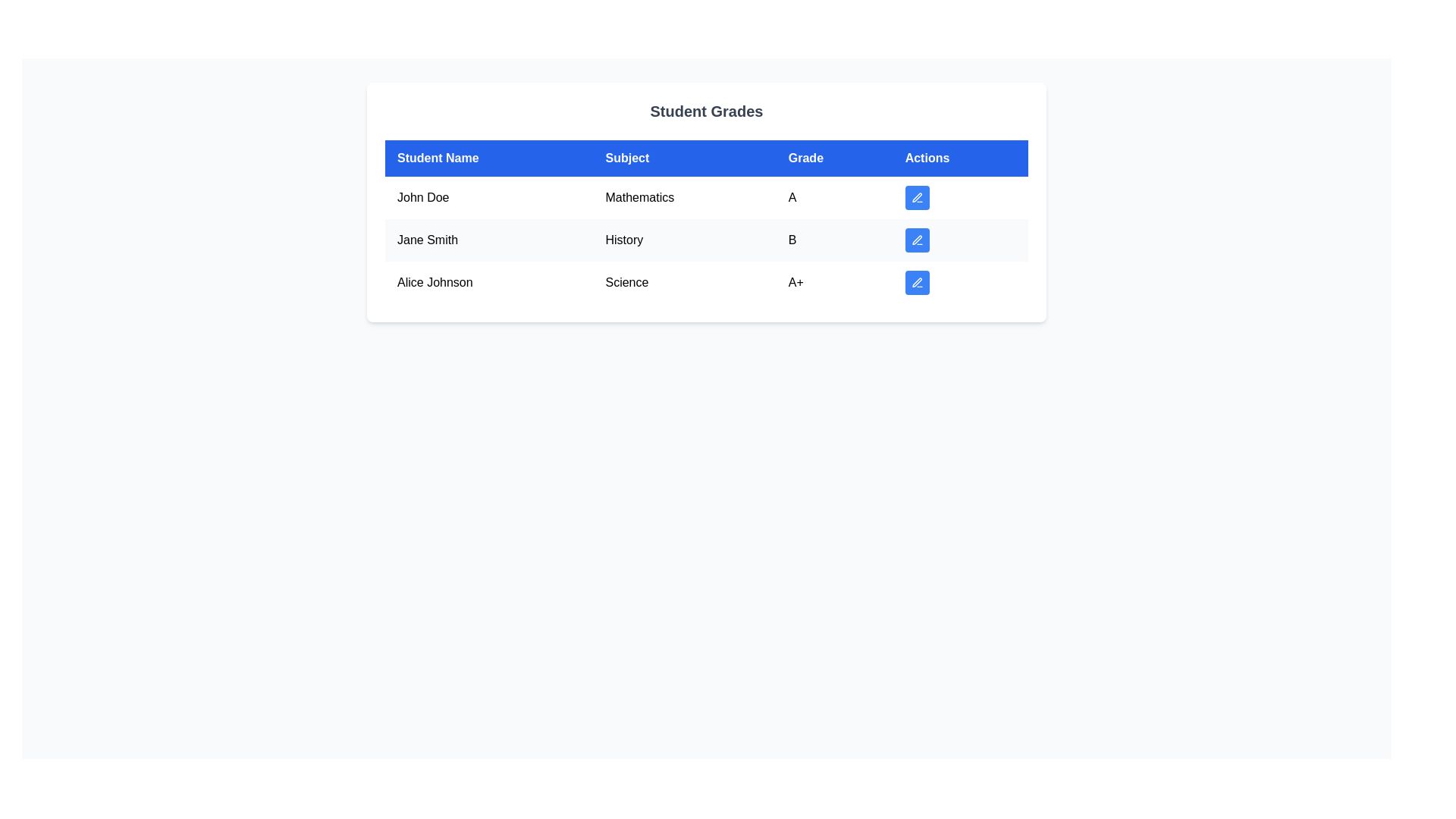 The image size is (1456, 819). I want to click on the blue button with a white edit icon located in the 'Actions' column of the first row, aligned with 'Mathematics' and 'A', so click(916, 197).